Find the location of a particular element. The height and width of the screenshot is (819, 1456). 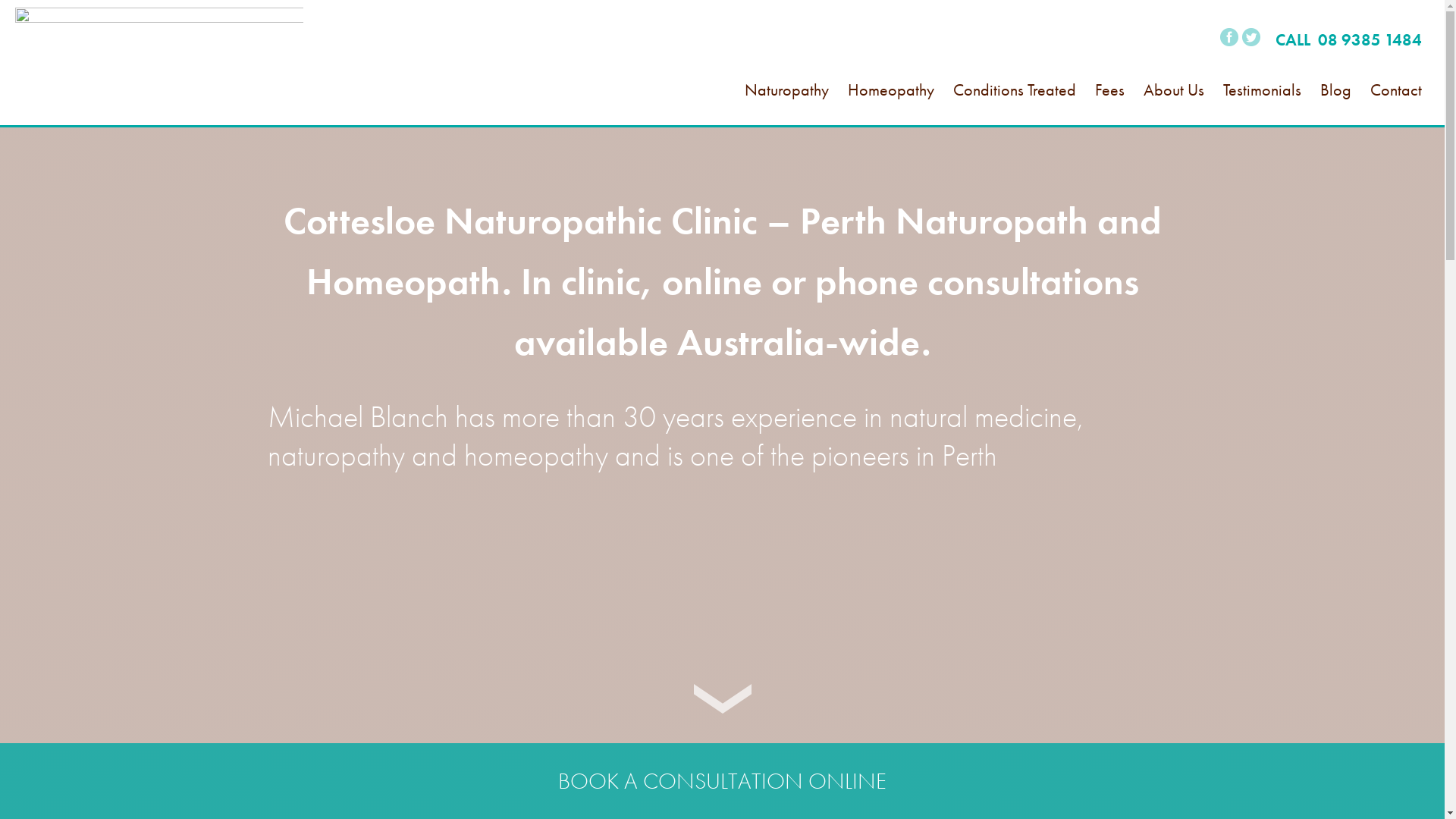

'Naturopathy' is located at coordinates (745, 106).